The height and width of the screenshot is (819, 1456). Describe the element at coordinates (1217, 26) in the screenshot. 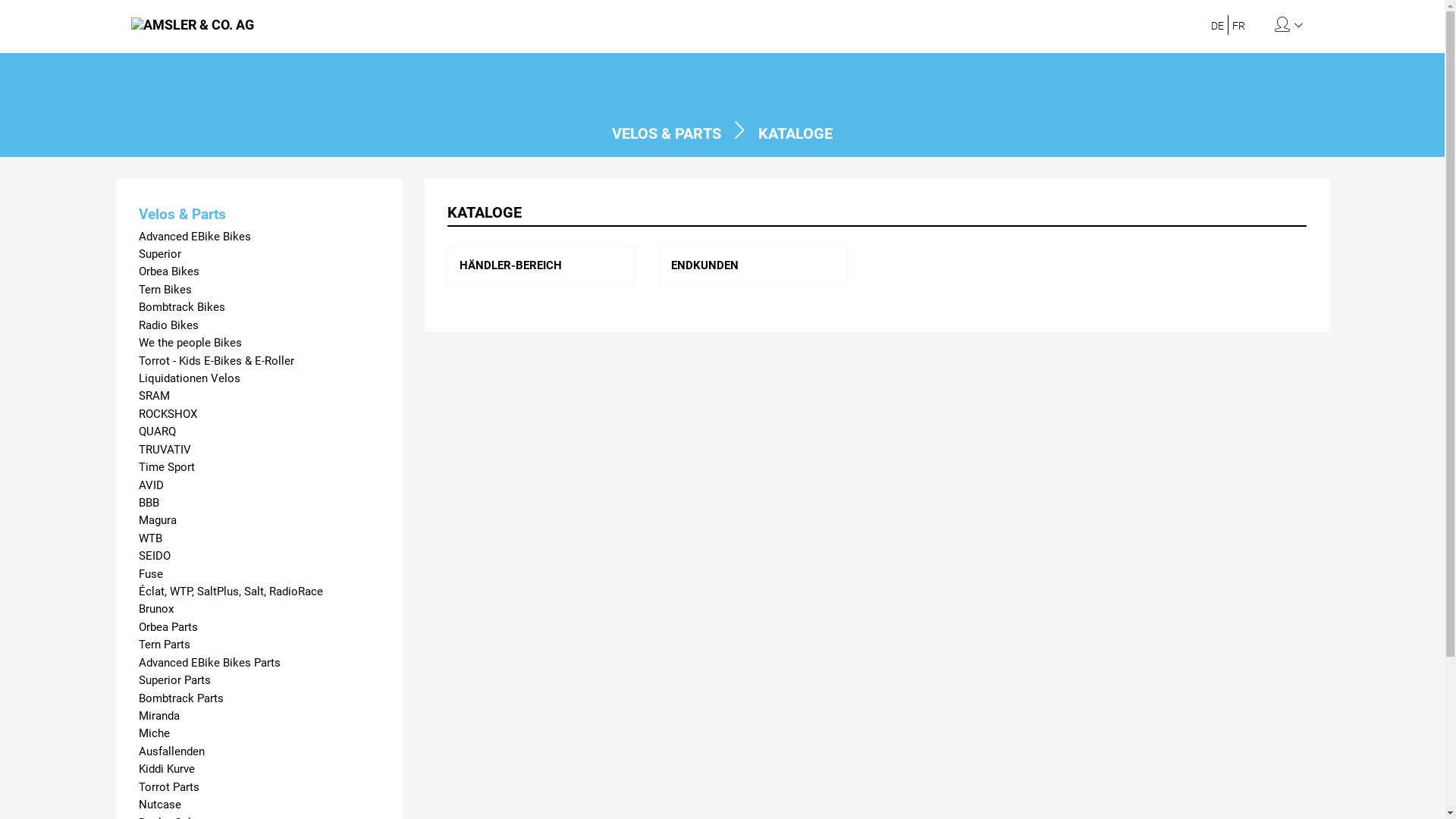

I see `'DE'` at that location.